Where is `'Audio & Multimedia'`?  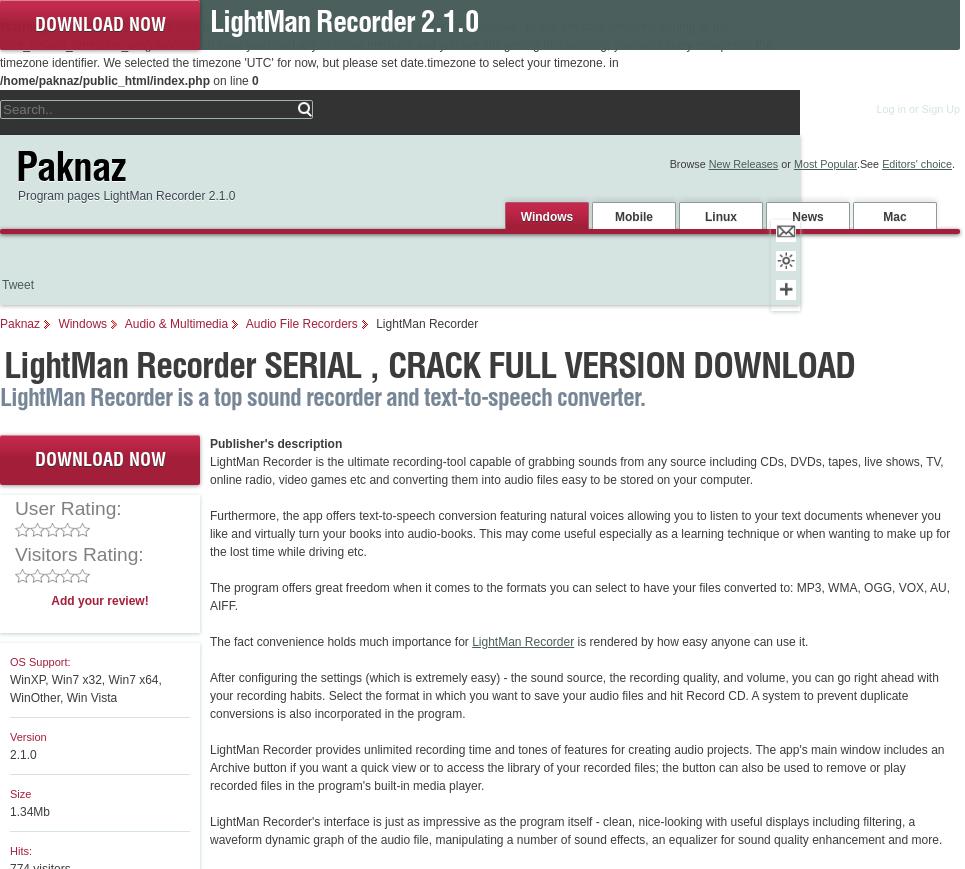
'Audio & Multimedia' is located at coordinates (124, 322).